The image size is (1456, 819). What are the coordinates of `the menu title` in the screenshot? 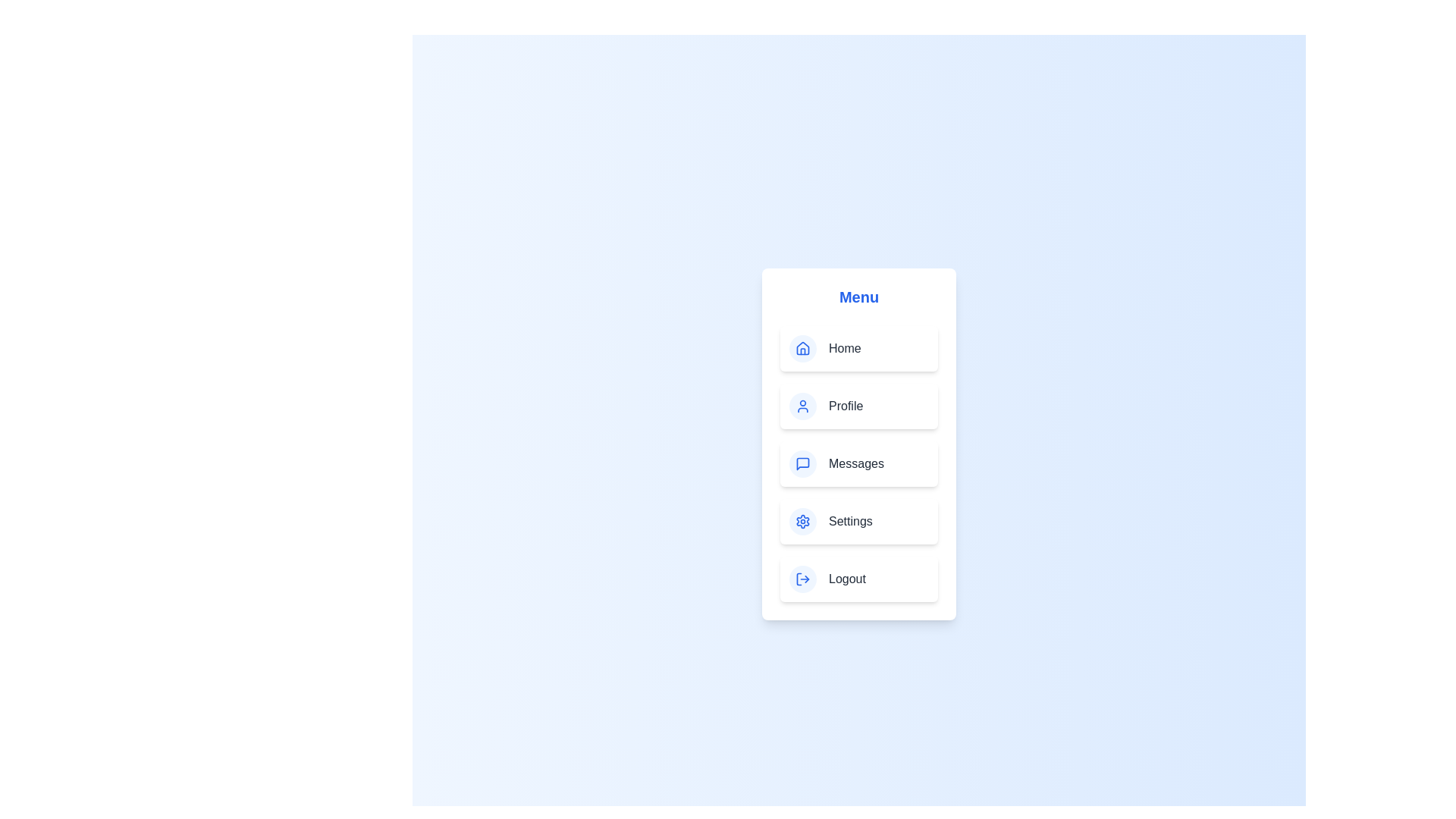 It's located at (858, 297).